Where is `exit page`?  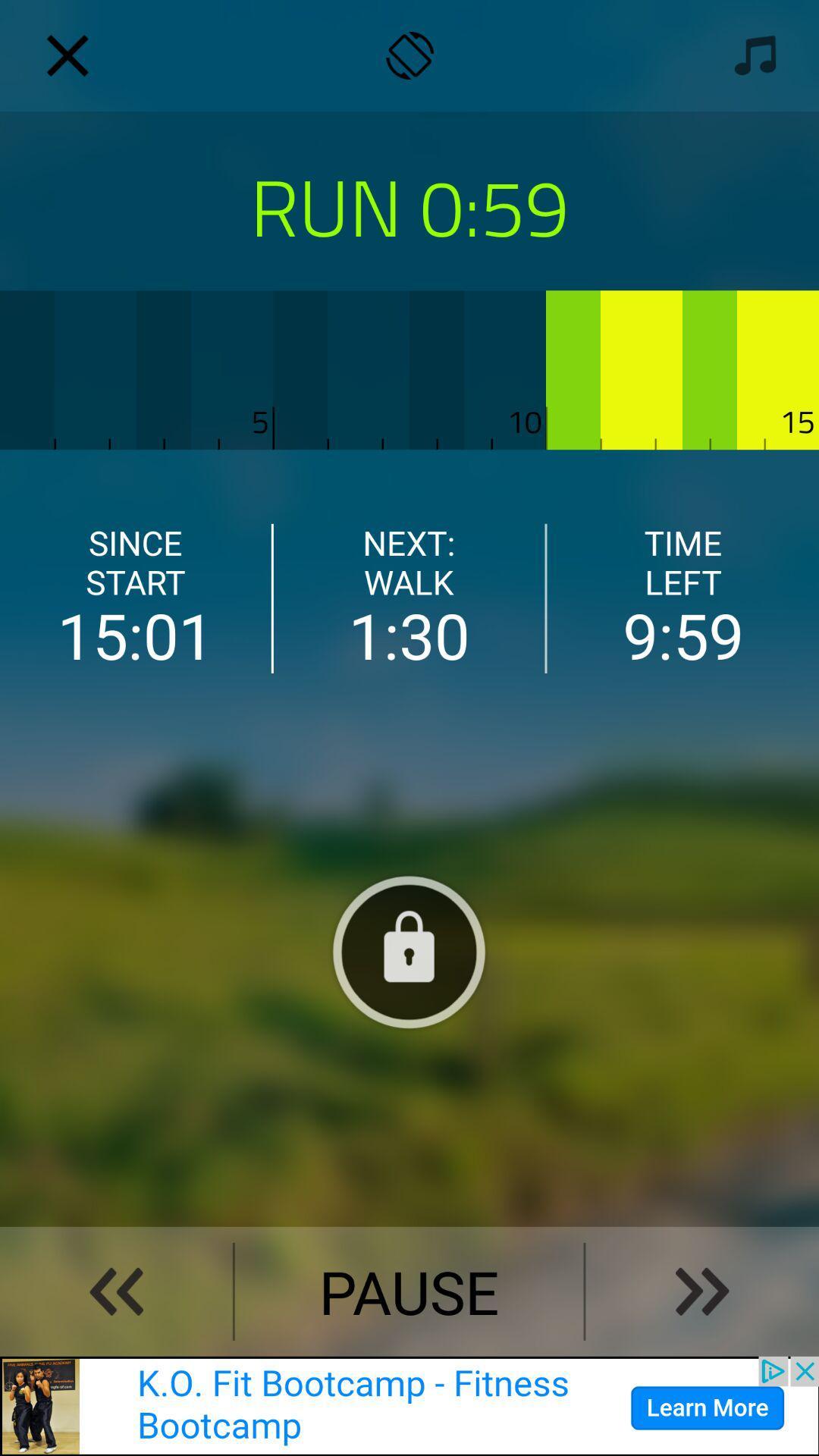
exit page is located at coordinates (67, 55).